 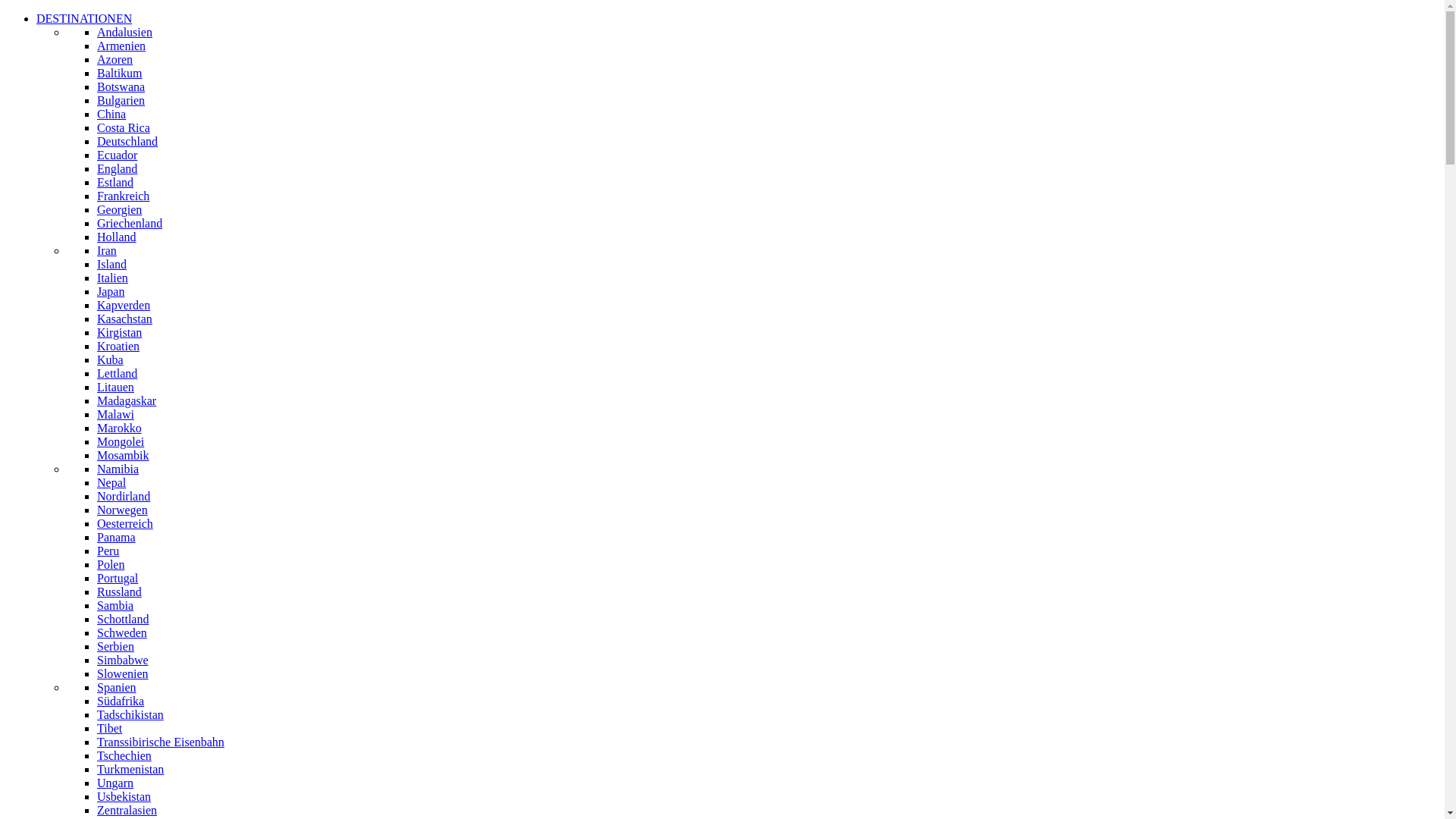 I want to click on 'Transsibirische Eisenbahn', so click(x=160, y=741).